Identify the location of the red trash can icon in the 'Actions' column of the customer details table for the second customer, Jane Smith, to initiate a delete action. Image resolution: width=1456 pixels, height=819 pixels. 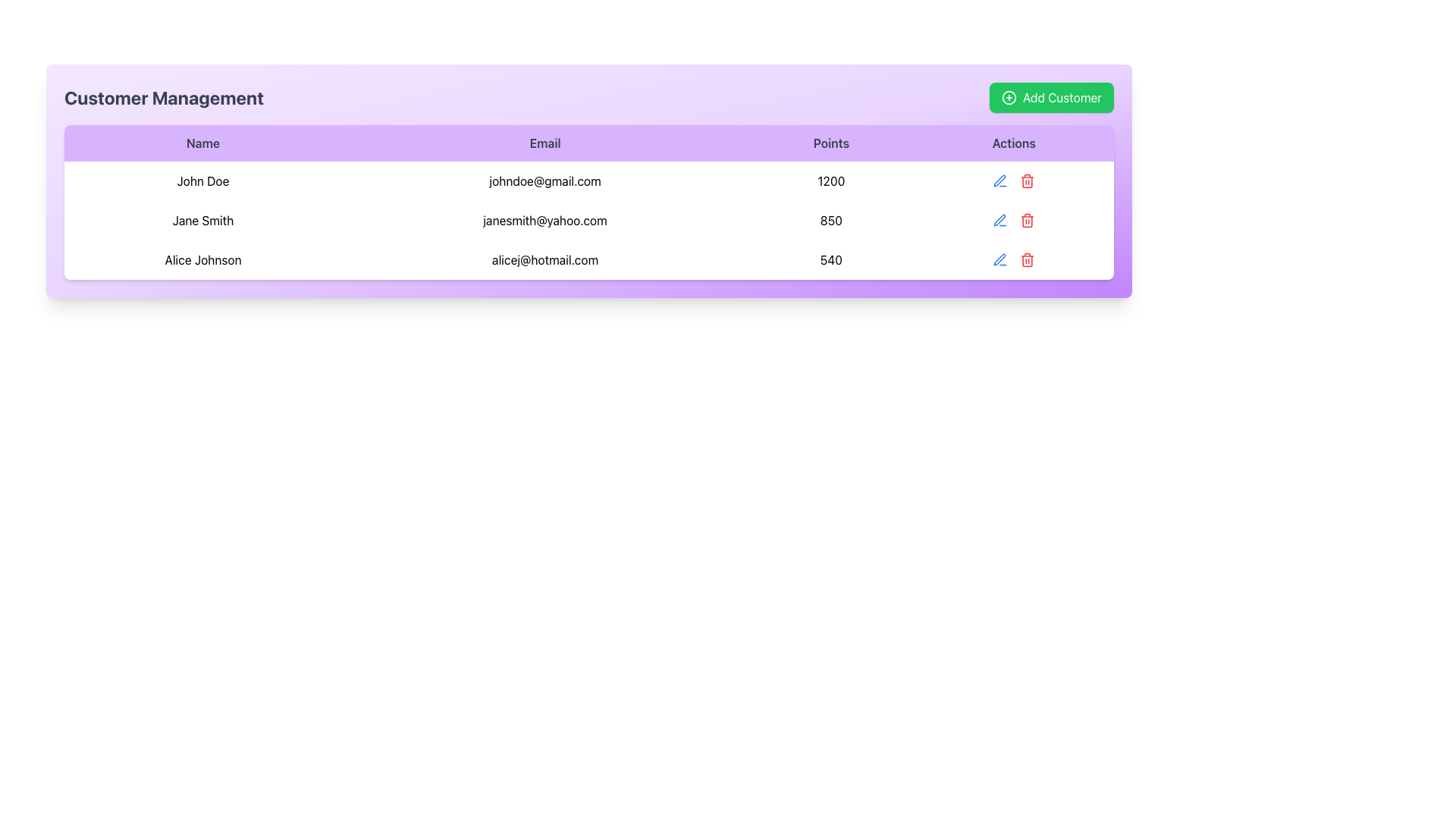
(1028, 220).